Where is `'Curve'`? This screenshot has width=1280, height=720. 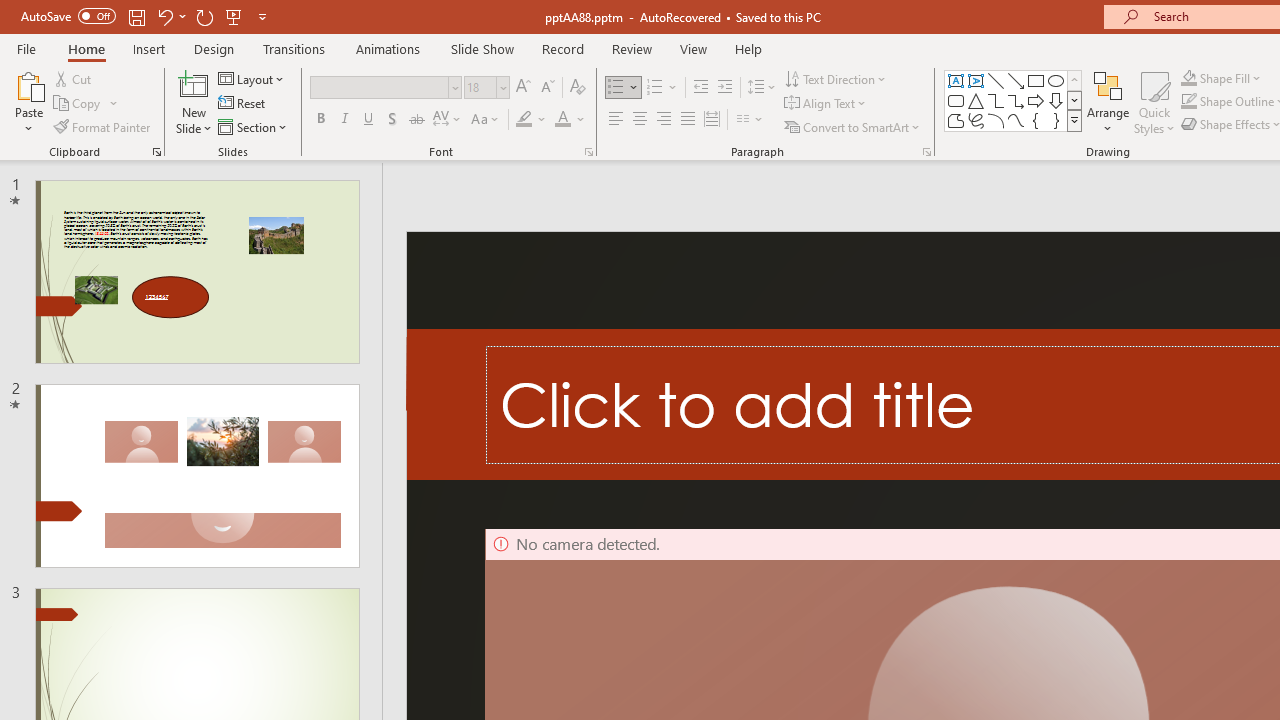 'Curve' is located at coordinates (1016, 120).